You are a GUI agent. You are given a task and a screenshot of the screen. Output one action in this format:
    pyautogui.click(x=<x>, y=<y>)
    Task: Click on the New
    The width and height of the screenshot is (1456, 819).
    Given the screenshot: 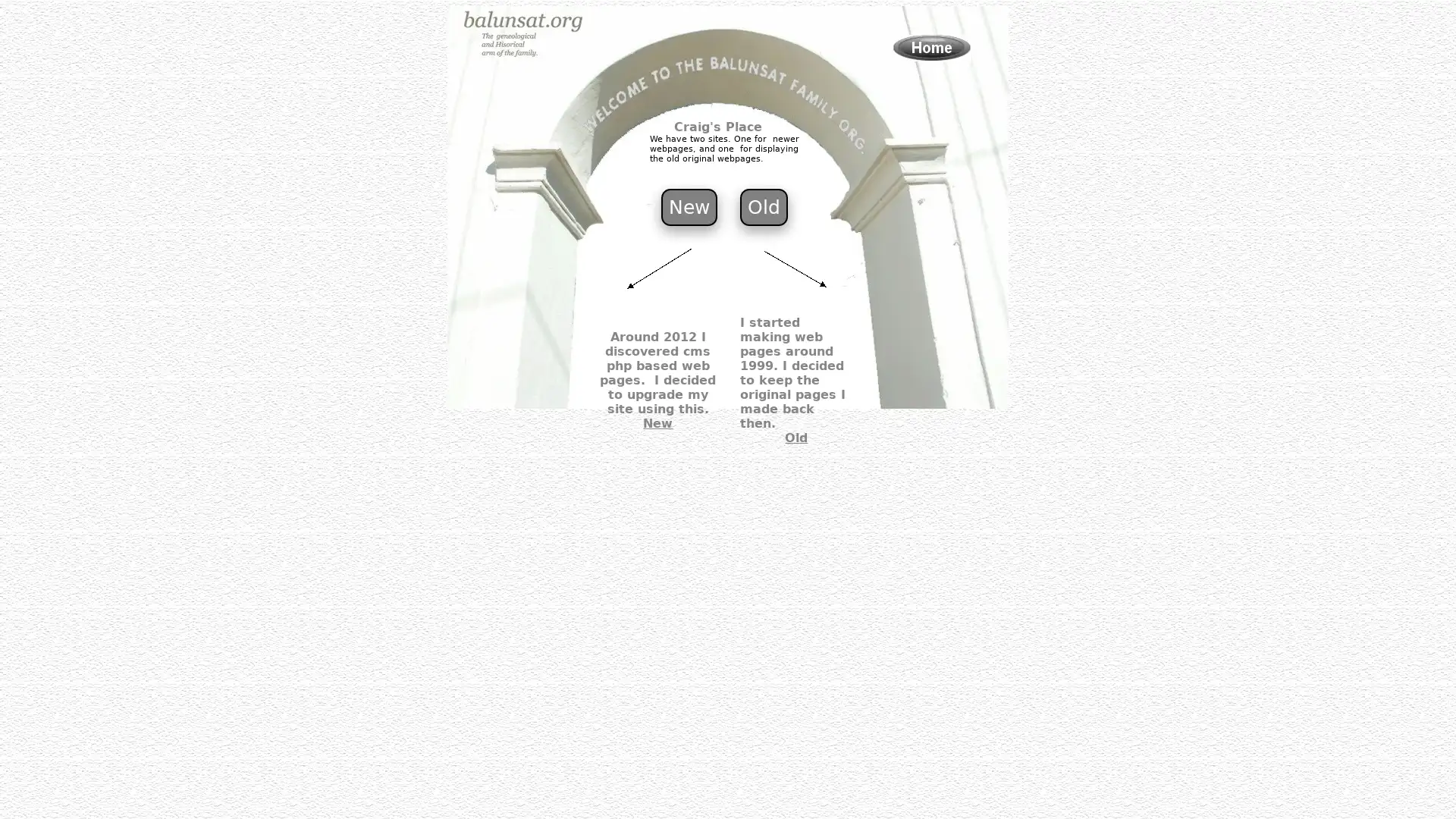 What is the action you would take?
    pyautogui.click(x=687, y=207)
    